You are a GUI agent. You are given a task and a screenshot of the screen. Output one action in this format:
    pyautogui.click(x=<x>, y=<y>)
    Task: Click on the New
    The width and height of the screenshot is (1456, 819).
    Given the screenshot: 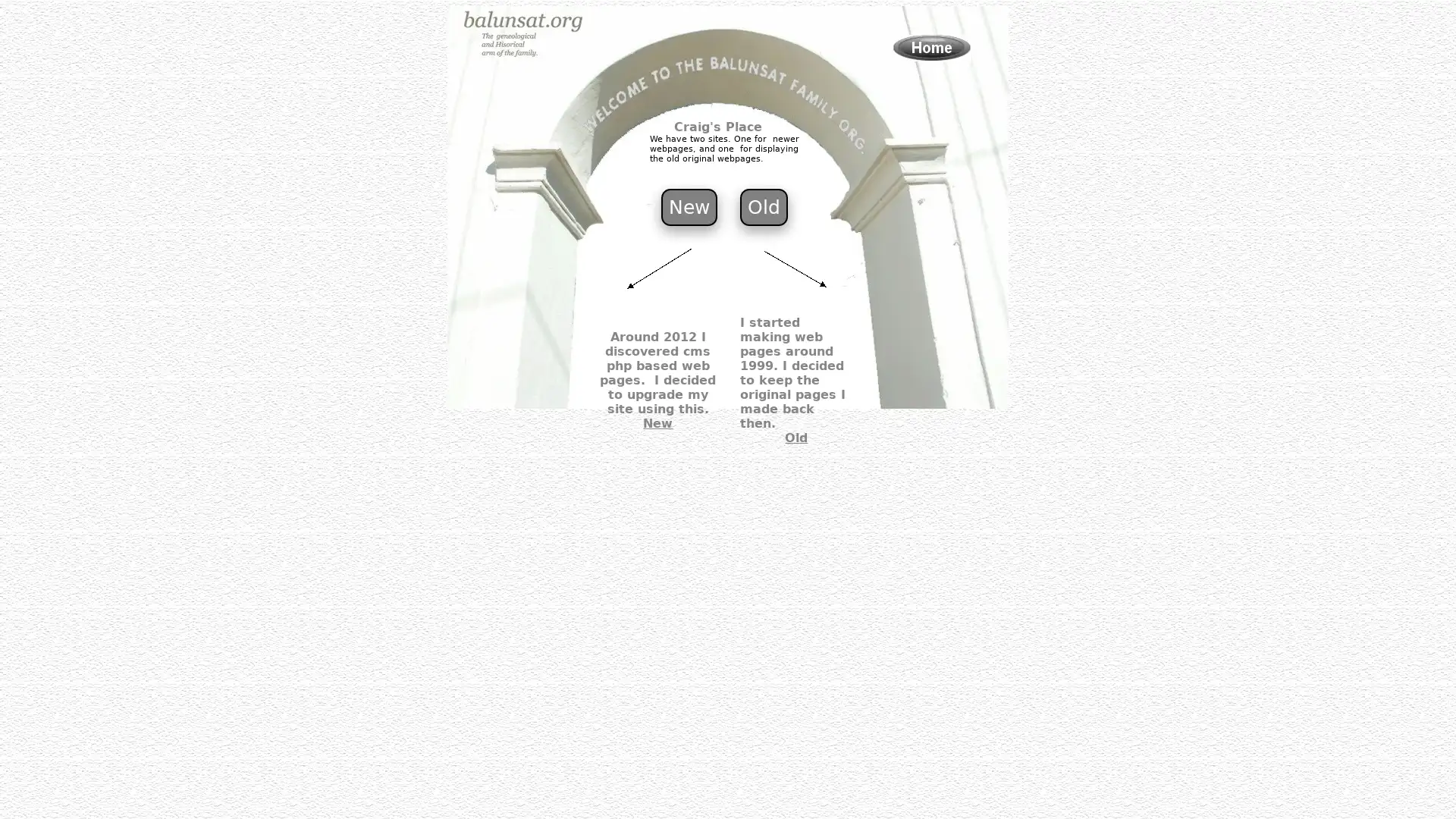 What is the action you would take?
    pyautogui.click(x=687, y=207)
    